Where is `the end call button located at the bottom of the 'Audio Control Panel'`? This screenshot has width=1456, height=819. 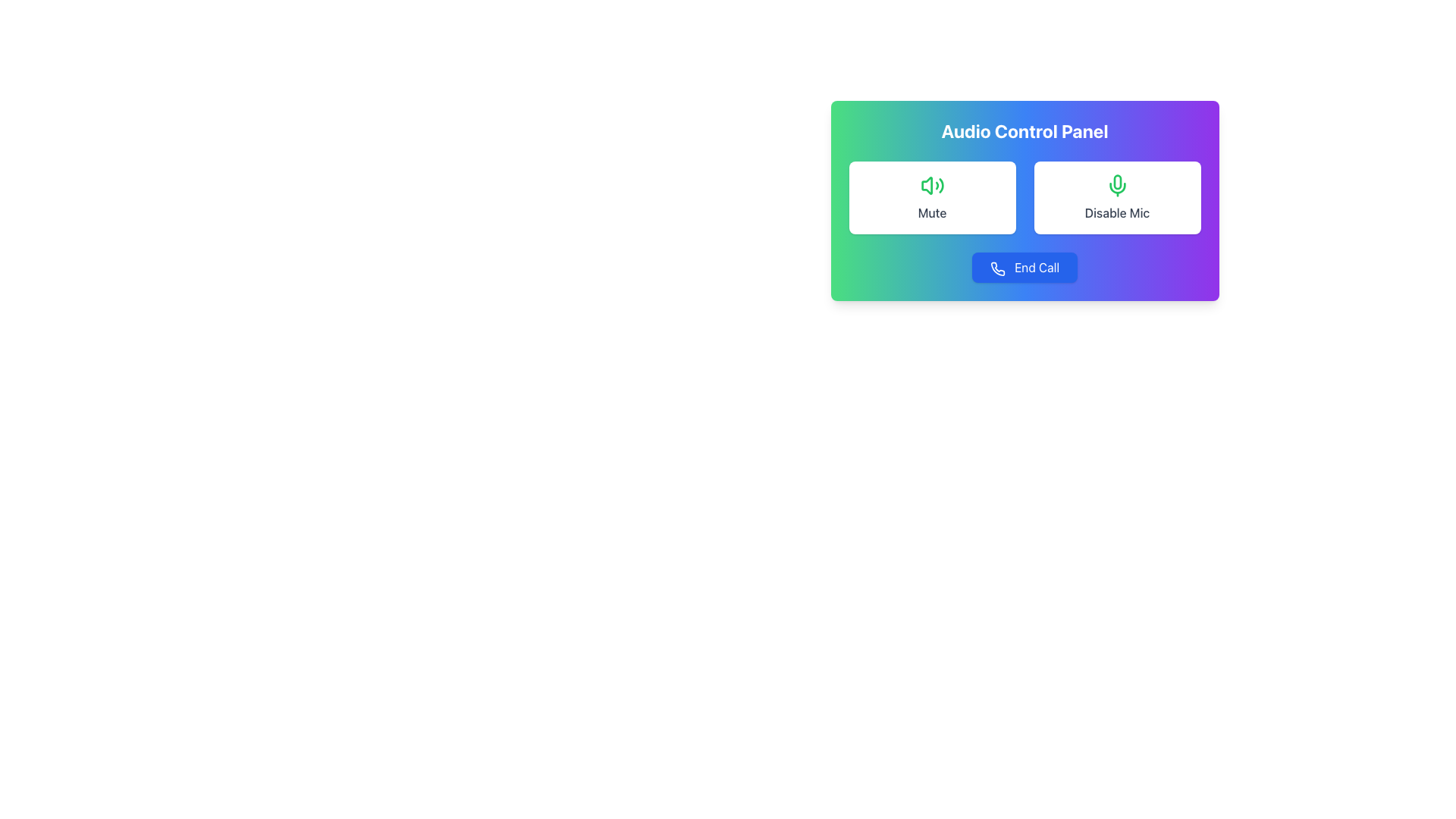 the end call button located at the bottom of the 'Audio Control Panel' is located at coordinates (1025, 267).